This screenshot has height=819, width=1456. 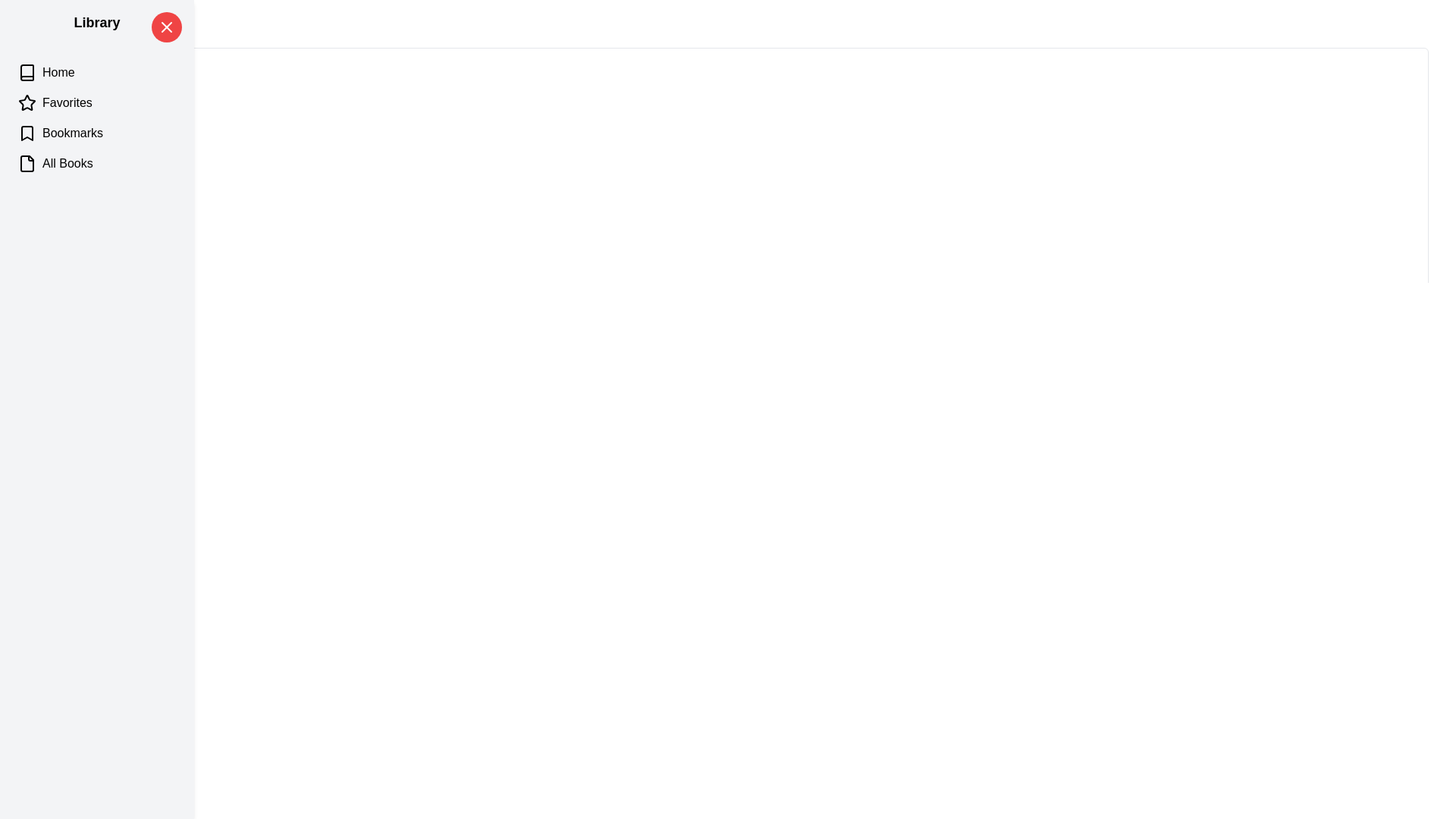 I want to click on the category Bookmarks to highlight it, so click(x=96, y=133).